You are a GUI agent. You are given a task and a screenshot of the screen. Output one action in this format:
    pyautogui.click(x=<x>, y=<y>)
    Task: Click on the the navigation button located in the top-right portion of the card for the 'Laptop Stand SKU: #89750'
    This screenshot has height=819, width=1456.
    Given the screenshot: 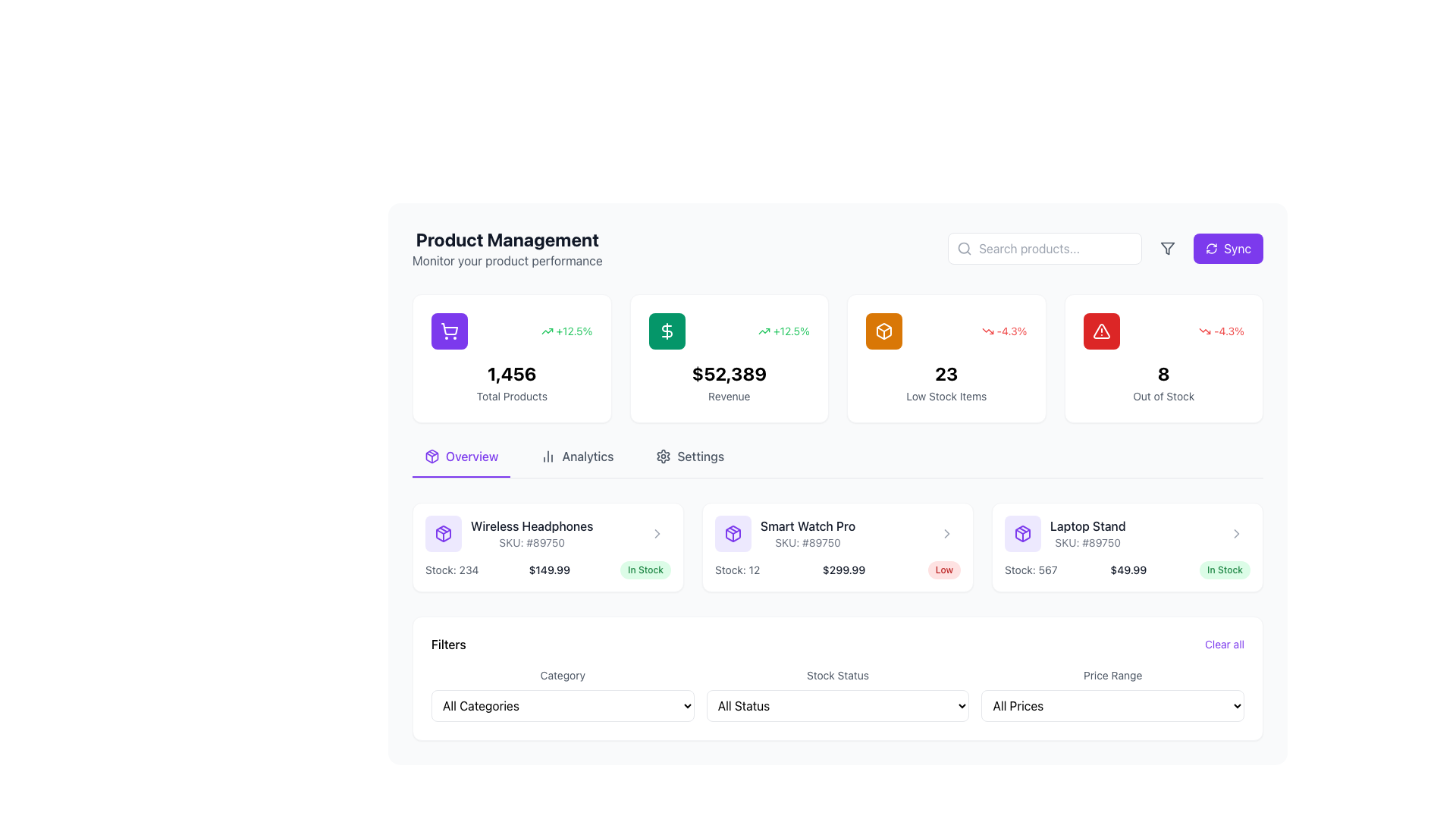 What is the action you would take?
    pyautogui.click(x=1237, y=533)
    